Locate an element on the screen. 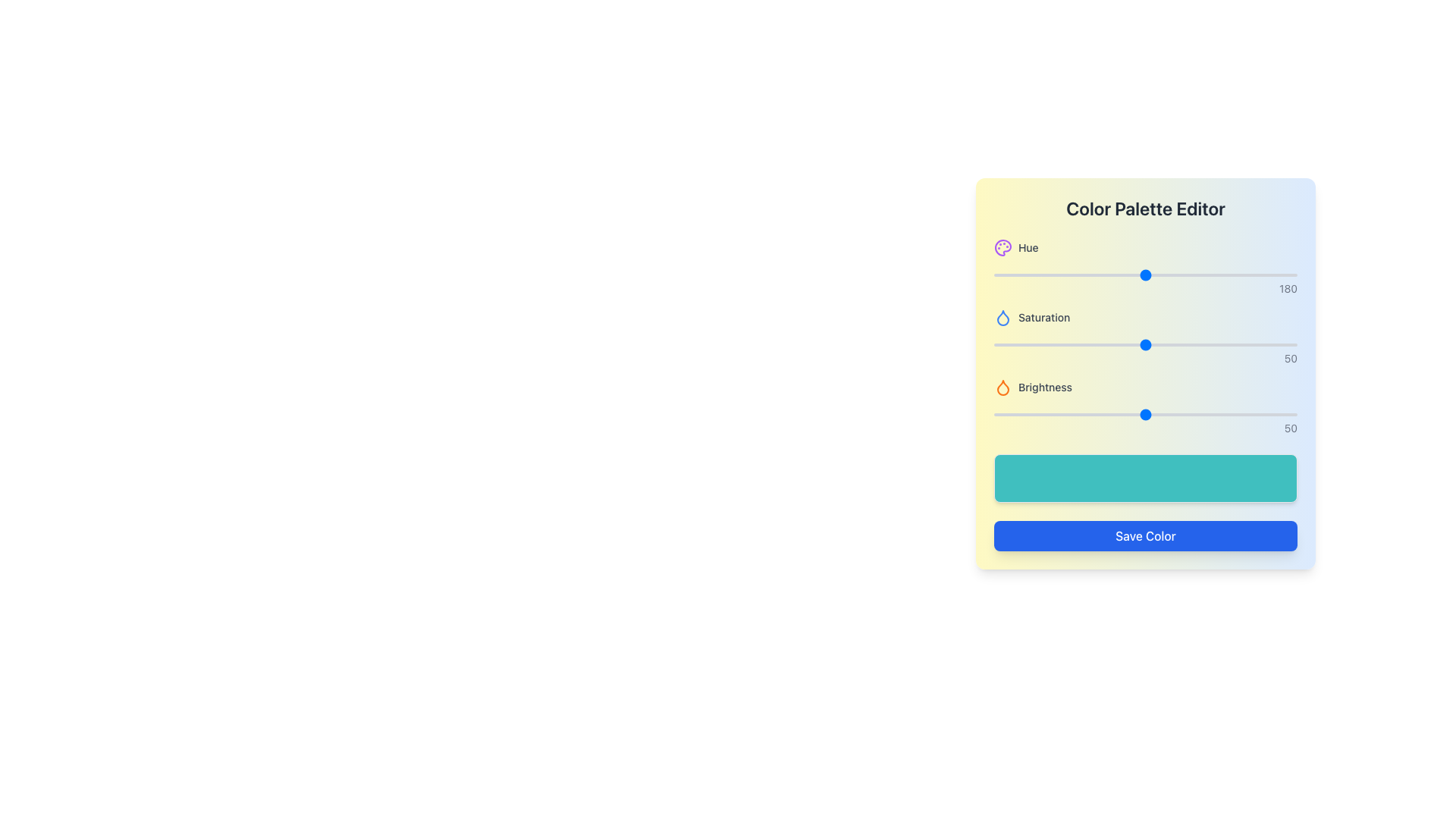  the hue control slider located in the 'Color Palette Editor' section, which is the first of three sliders and has a blue circular thumb indicating a value of 180 is located at coordinates (1146, 267).